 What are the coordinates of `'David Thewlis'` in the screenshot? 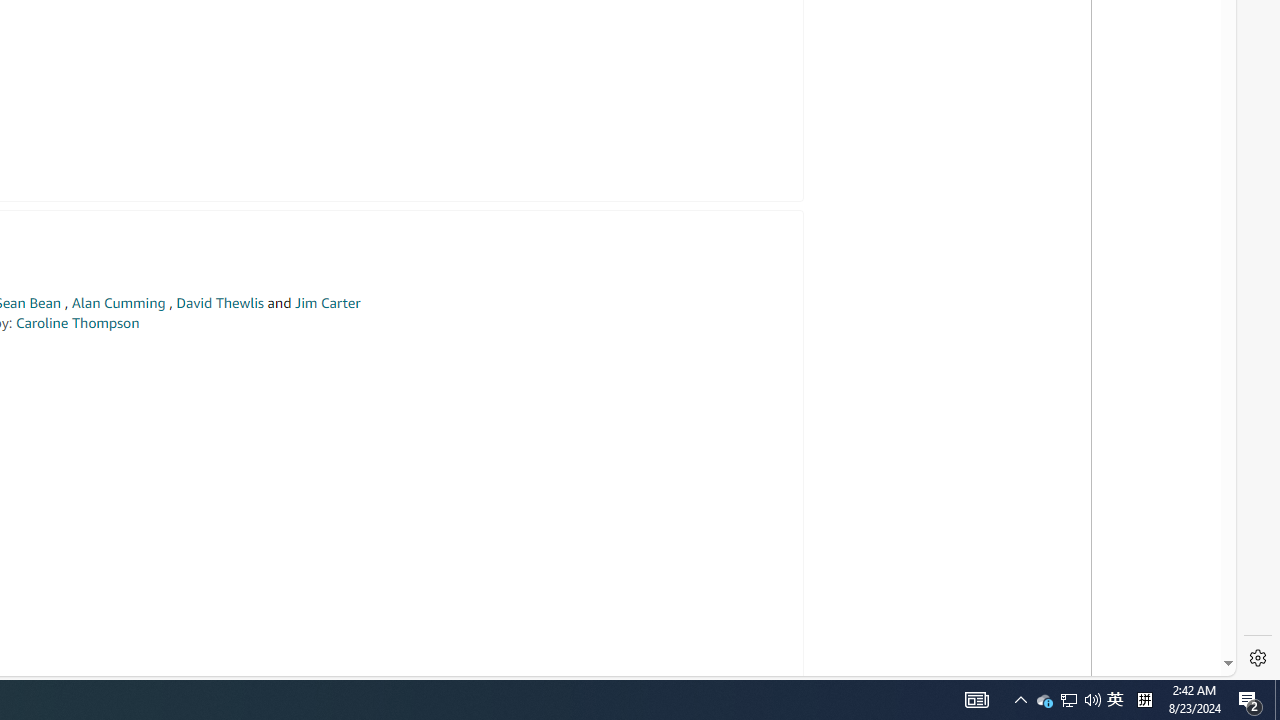 It's located at (220, 303).